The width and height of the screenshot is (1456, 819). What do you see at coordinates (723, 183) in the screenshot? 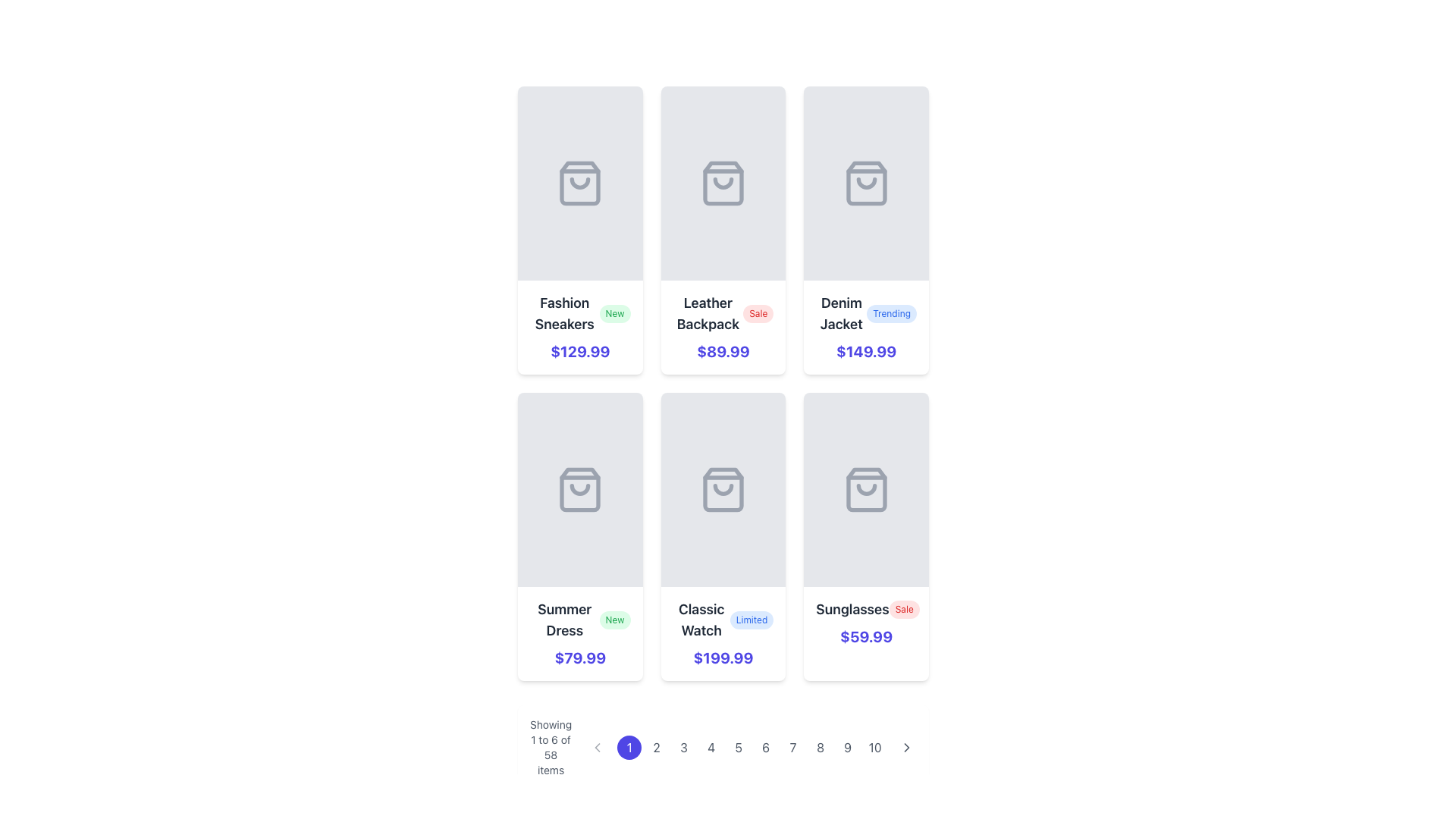
I see `on the IconContainer representing the 'Leather Backpack' product category` at bounding box center [723, 183].